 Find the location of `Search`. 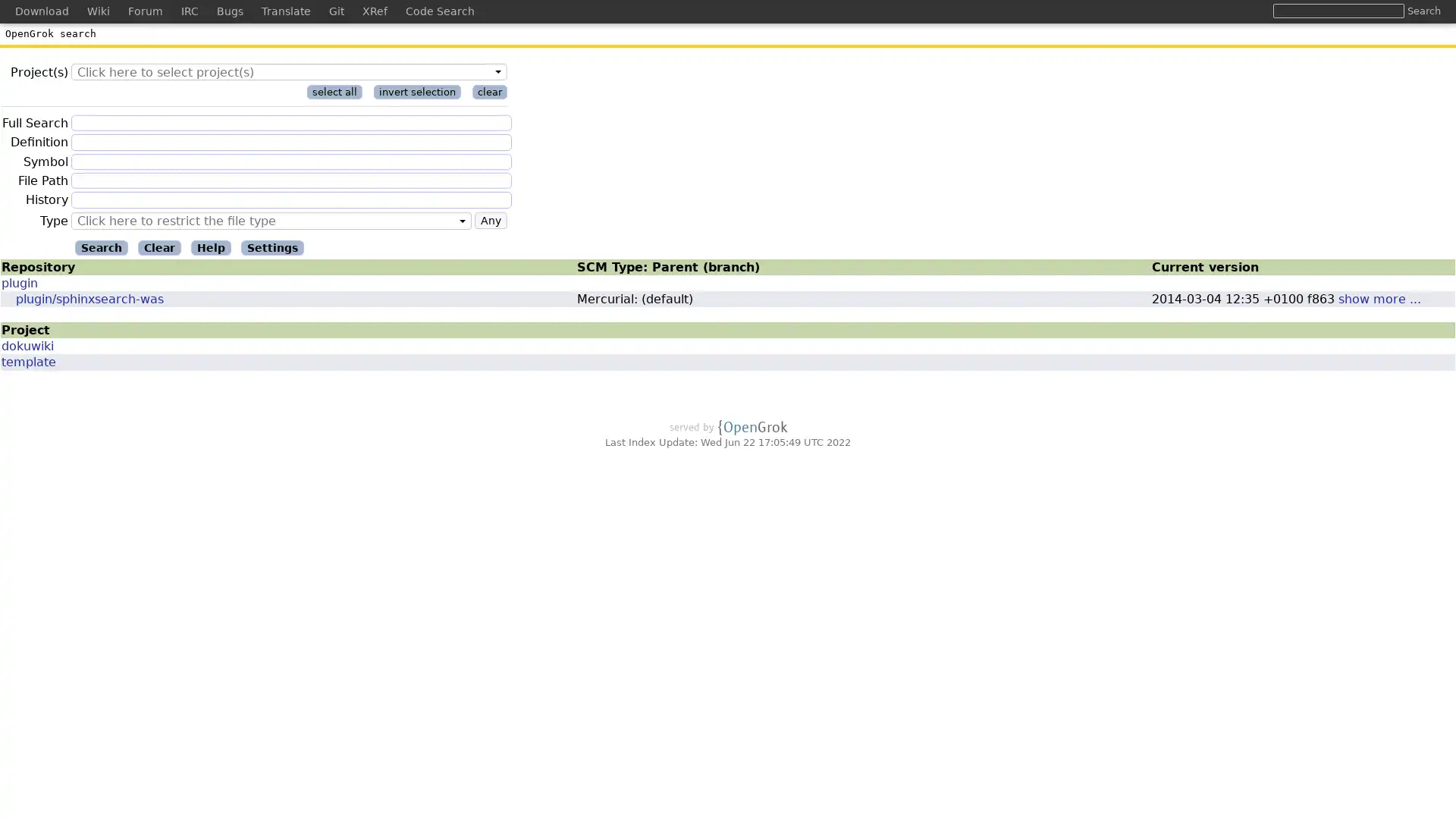

Search is located at coordinates (101, 246).